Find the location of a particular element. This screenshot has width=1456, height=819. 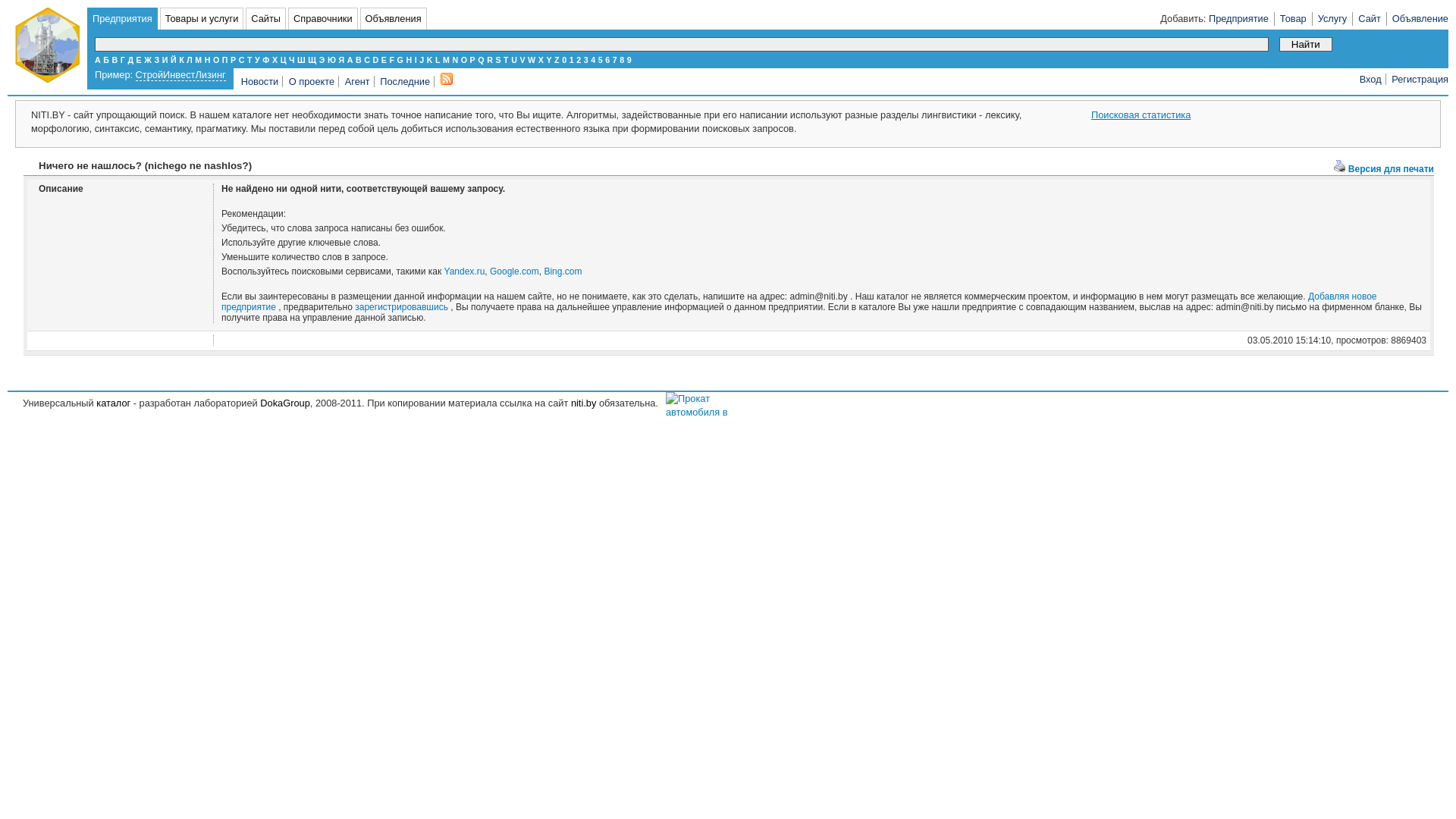

'T' is located at coordinates (506, 58).